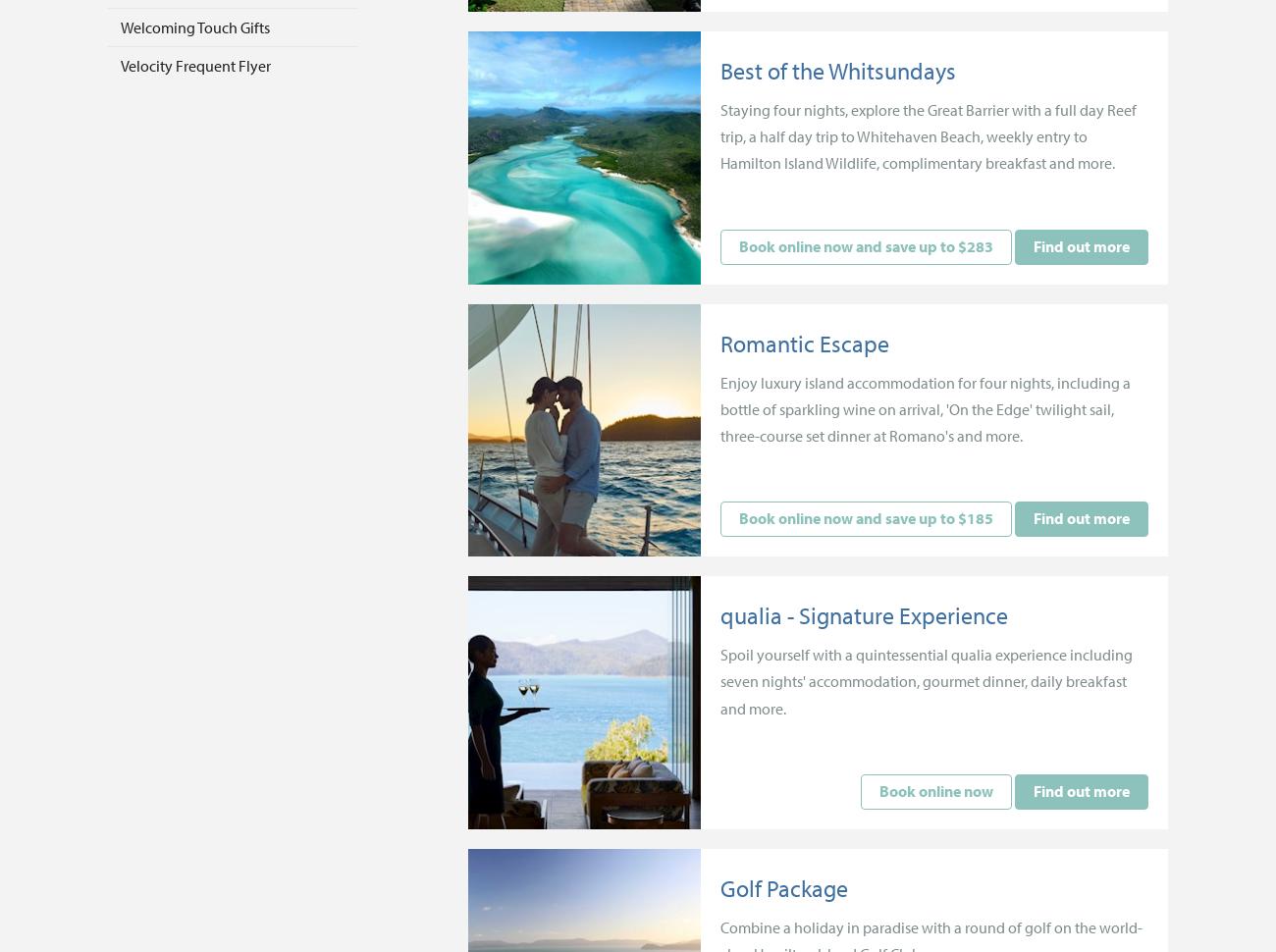  What do you see at coordinates (926, 408) in the screenshot?
I see `'Enjoy luxury island accommodation for four nights, including a bottle of sparkling wine on arrival, 'On the Edge' twilight sail, three-course set dinner at Romano's and more.'` at bounding box center [926, 408].